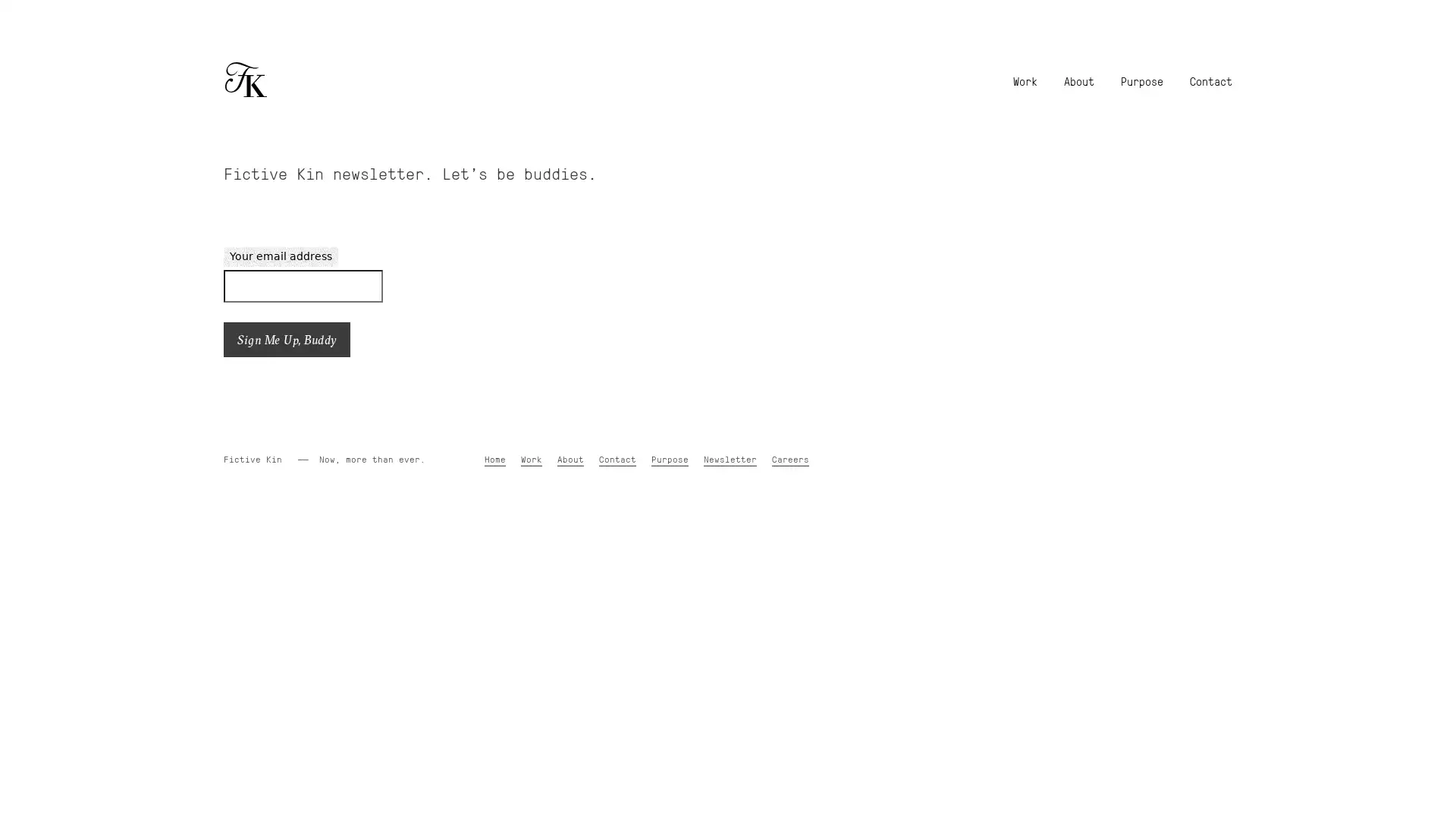 The image size is (1456, 819). I want to click on Sign Me Up, Buddy, so click(287, 338).